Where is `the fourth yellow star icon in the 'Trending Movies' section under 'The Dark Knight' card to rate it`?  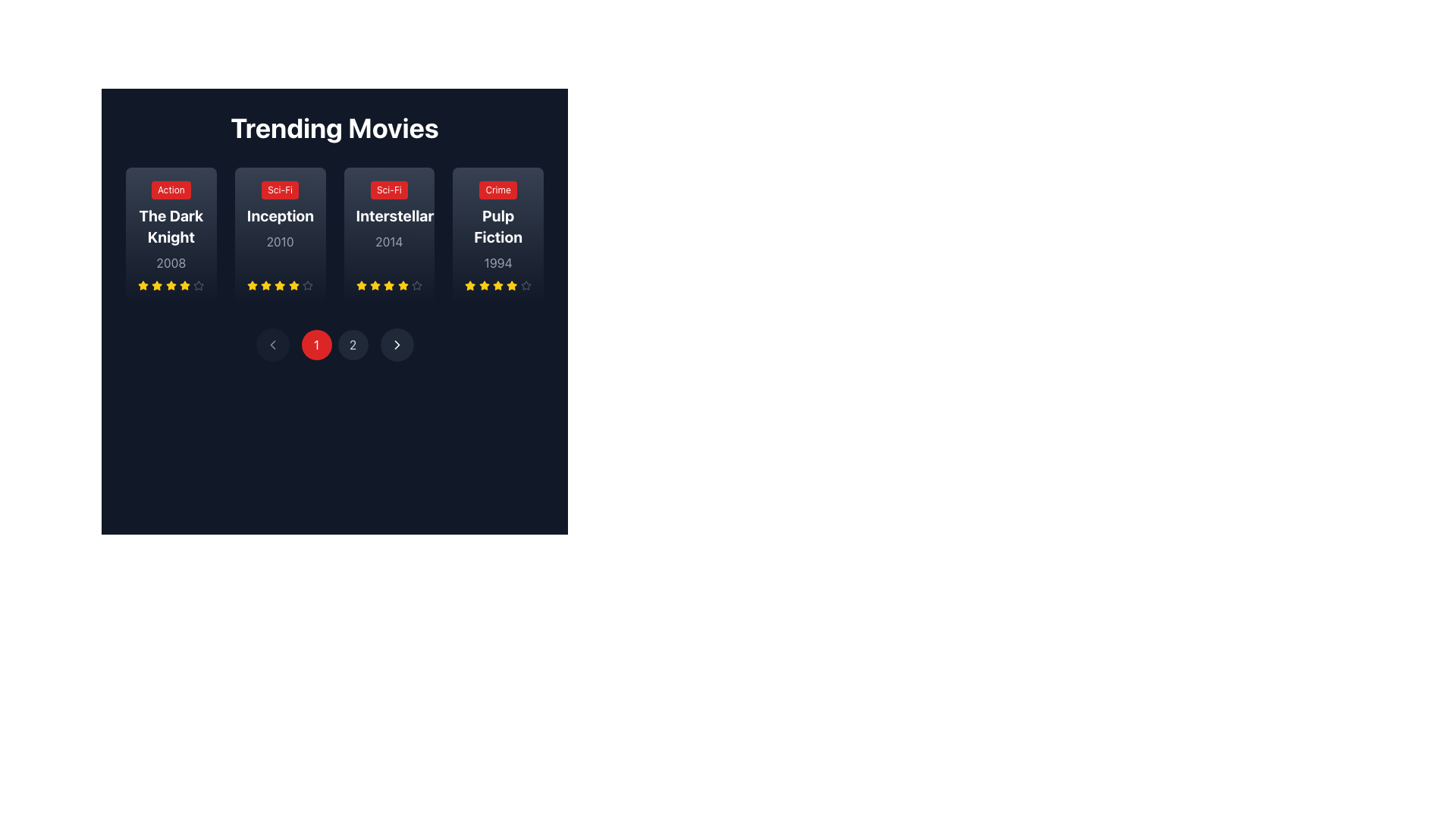 the fourth yellow star icon in the 'Trending Movies' section under 'The Dark Knight' card to rate it is located at coordinates (184, 285).